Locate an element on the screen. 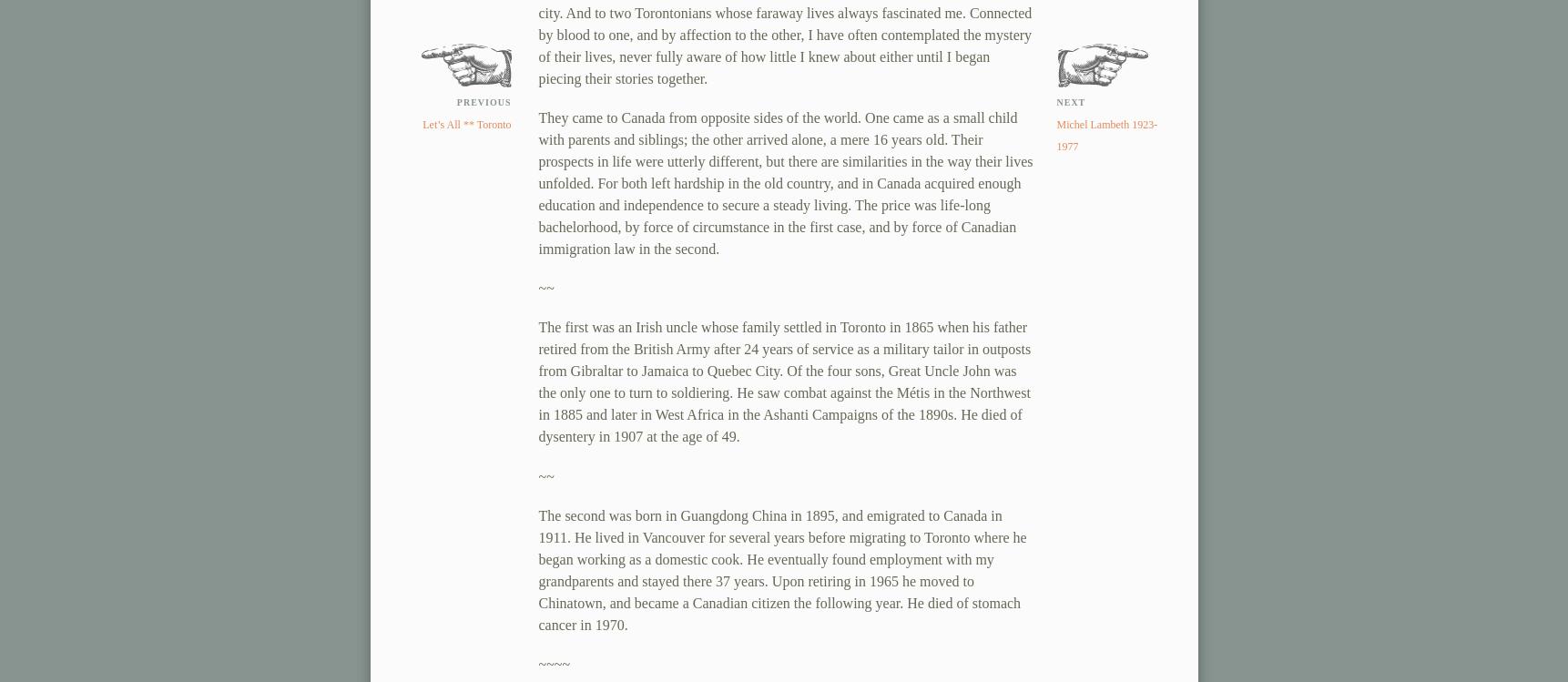 This screenshot has width=1568, height=682. 'next' is located at coordinates (1069, 102).